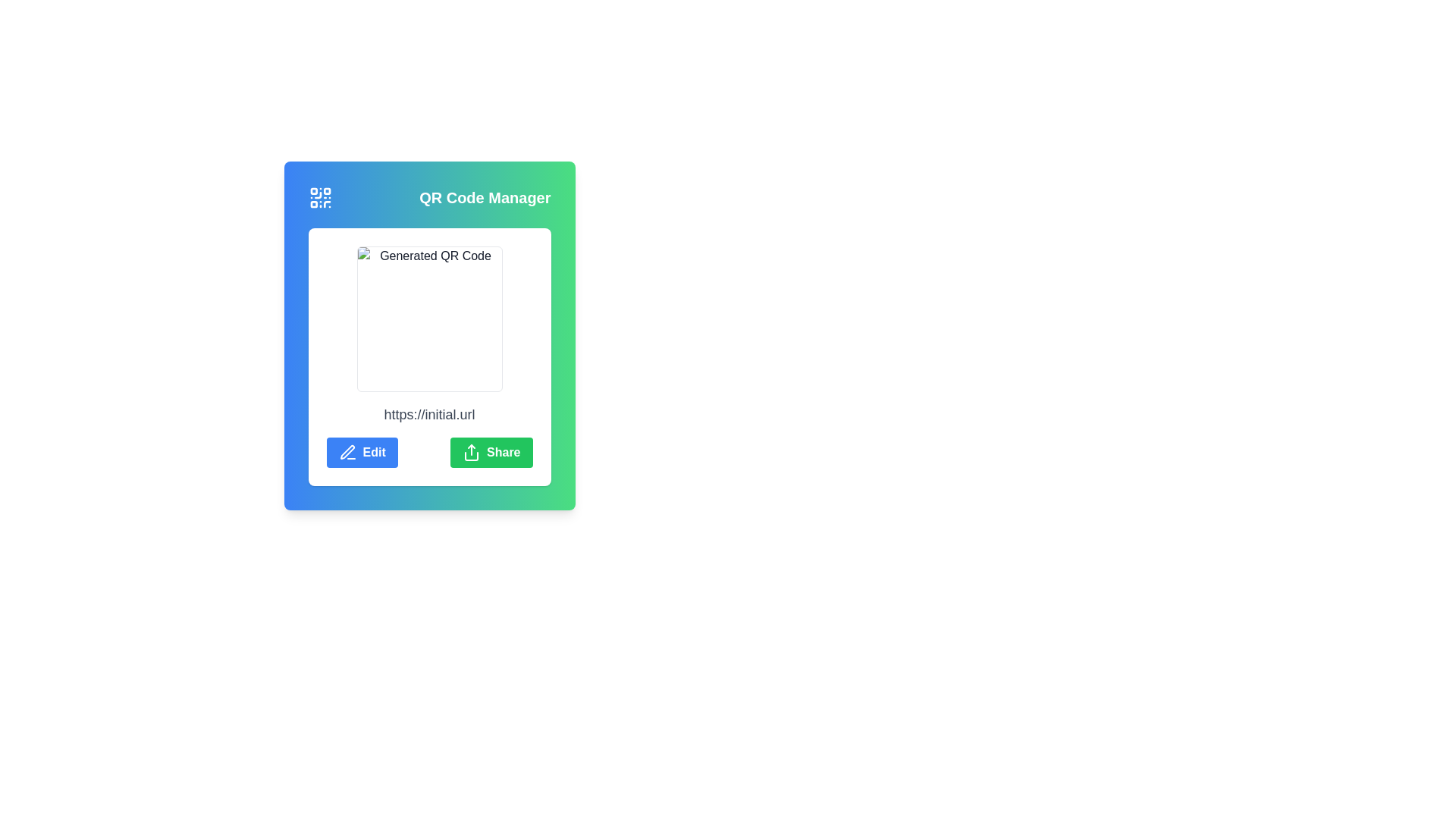  Describe the element at coordinates (471, 452) in the screenshot. I see `the 'Share' SVG icon located to the left of the 'Share' text label in the green button at the bottom-right corner of the main centered card interface` at that location.